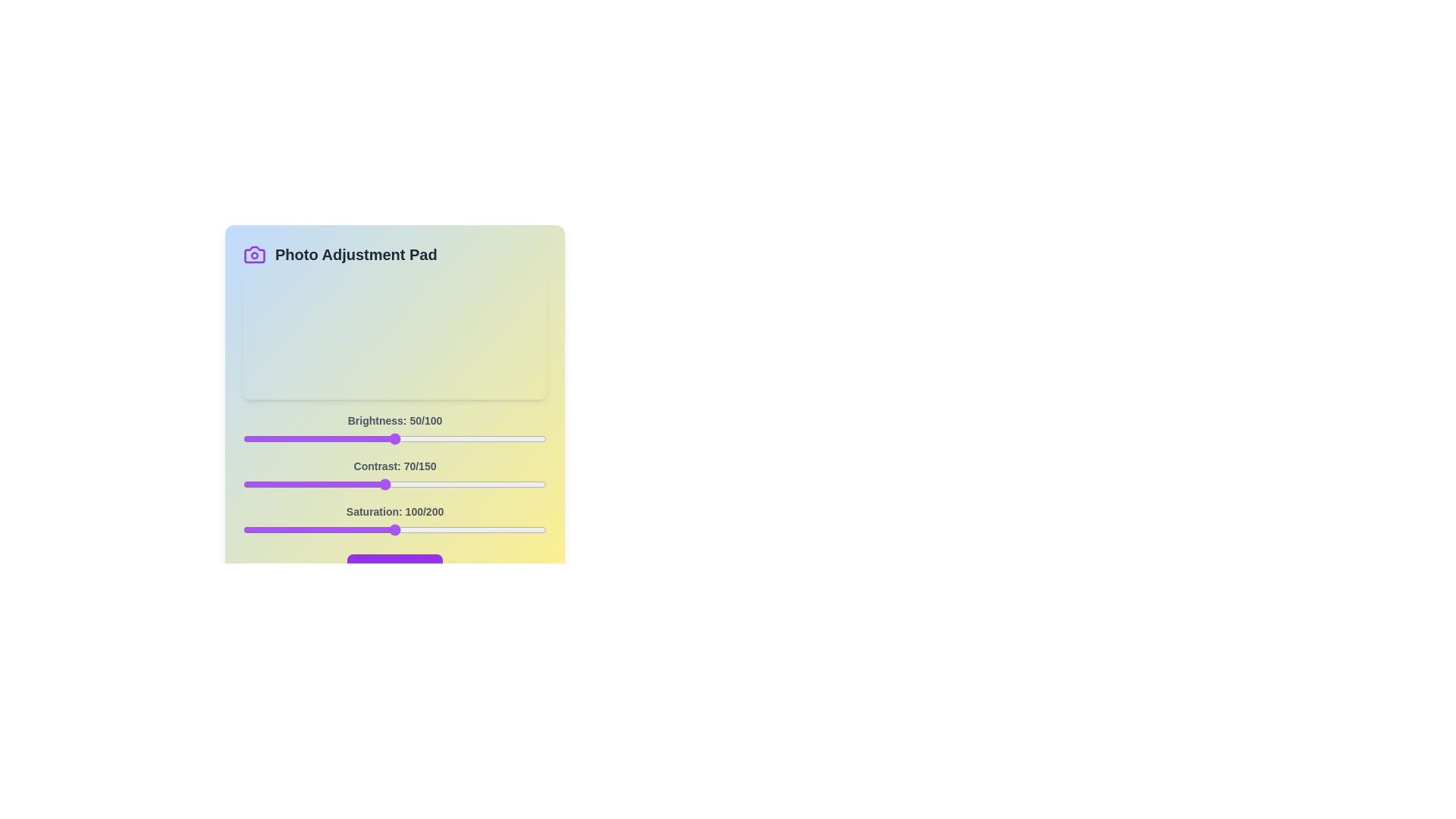  Describe the element at coordinates (312, 438) in the screenshot. I see `the 0 slider to 23` at that location.